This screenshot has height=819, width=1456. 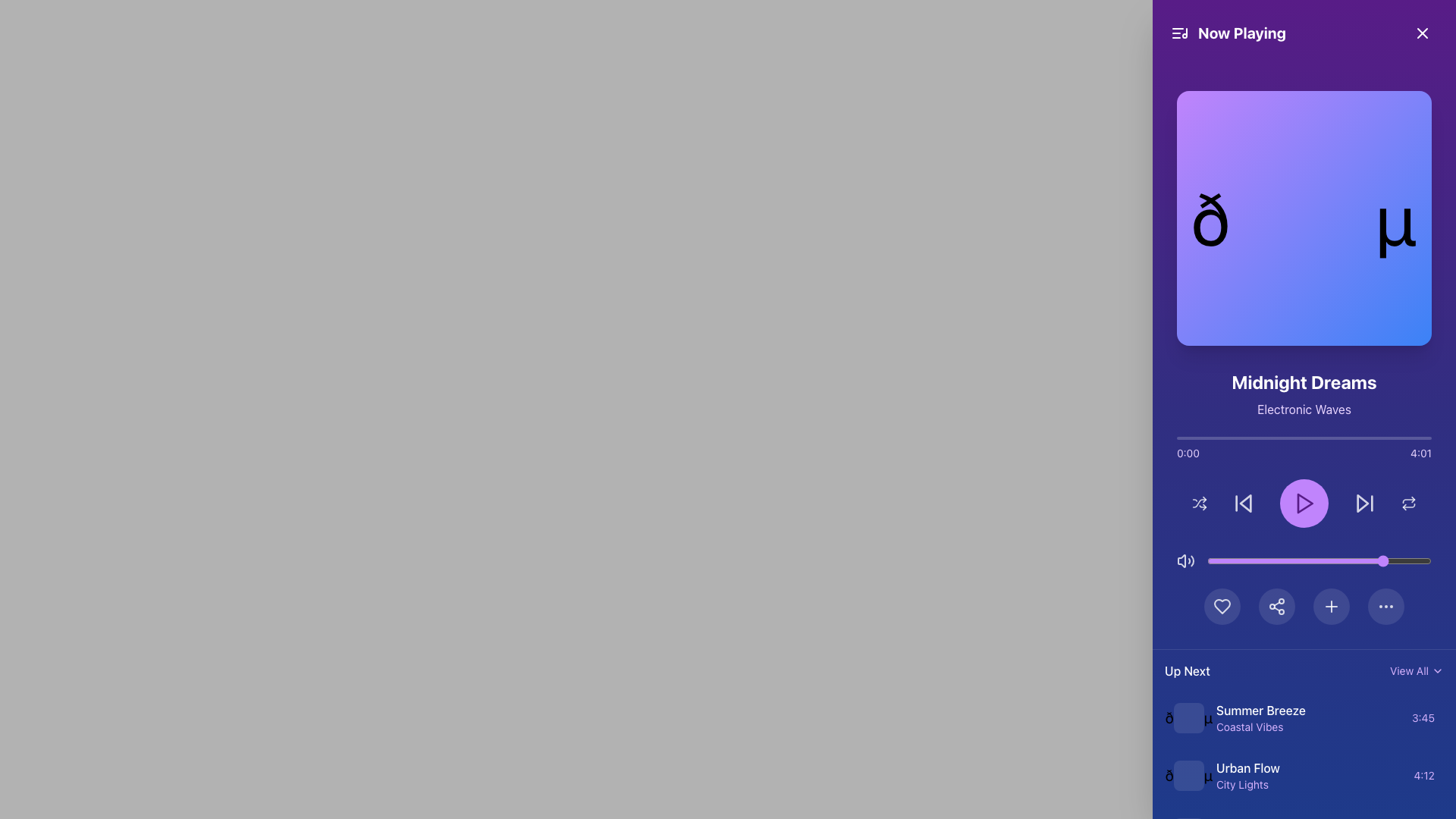 I want to click on the circular playback control button, which is the third element in the row of playback control buttons, to change its color, so click(x=1303, y=503).